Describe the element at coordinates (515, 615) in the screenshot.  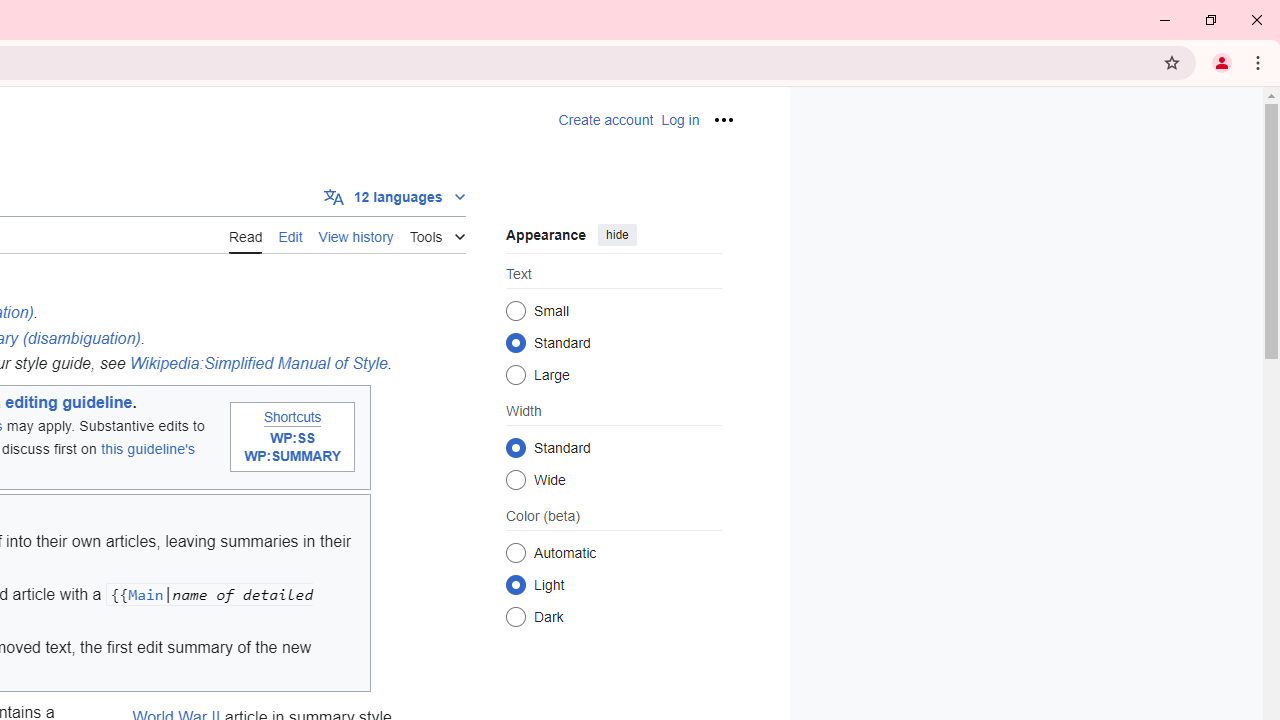
I see `'Dark'` at that location.